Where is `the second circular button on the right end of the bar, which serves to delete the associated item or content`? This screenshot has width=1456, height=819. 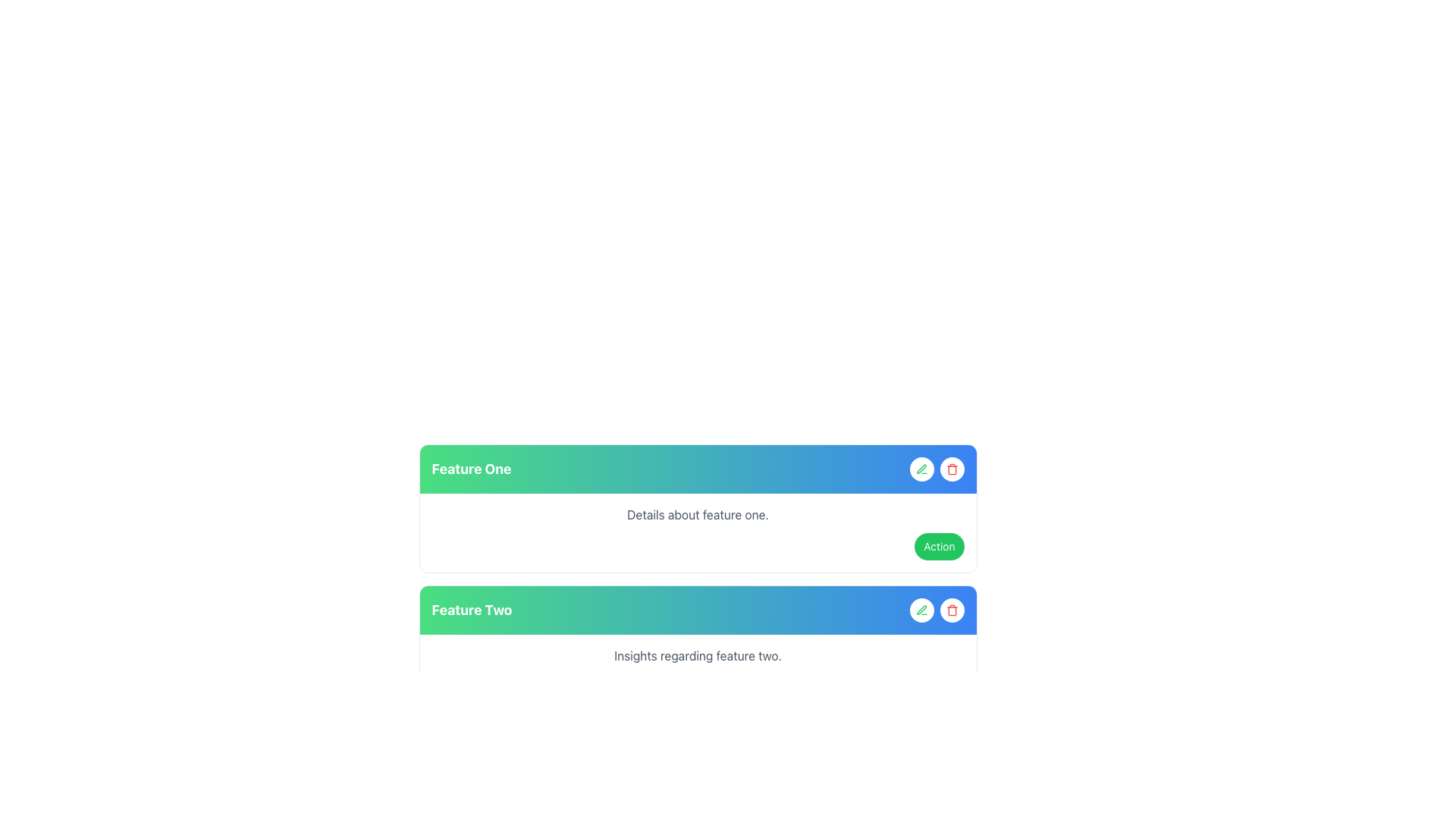
the second circular button on the right end of the bar, which serves to delete the associated item or content is located at coordinates (951, 468).